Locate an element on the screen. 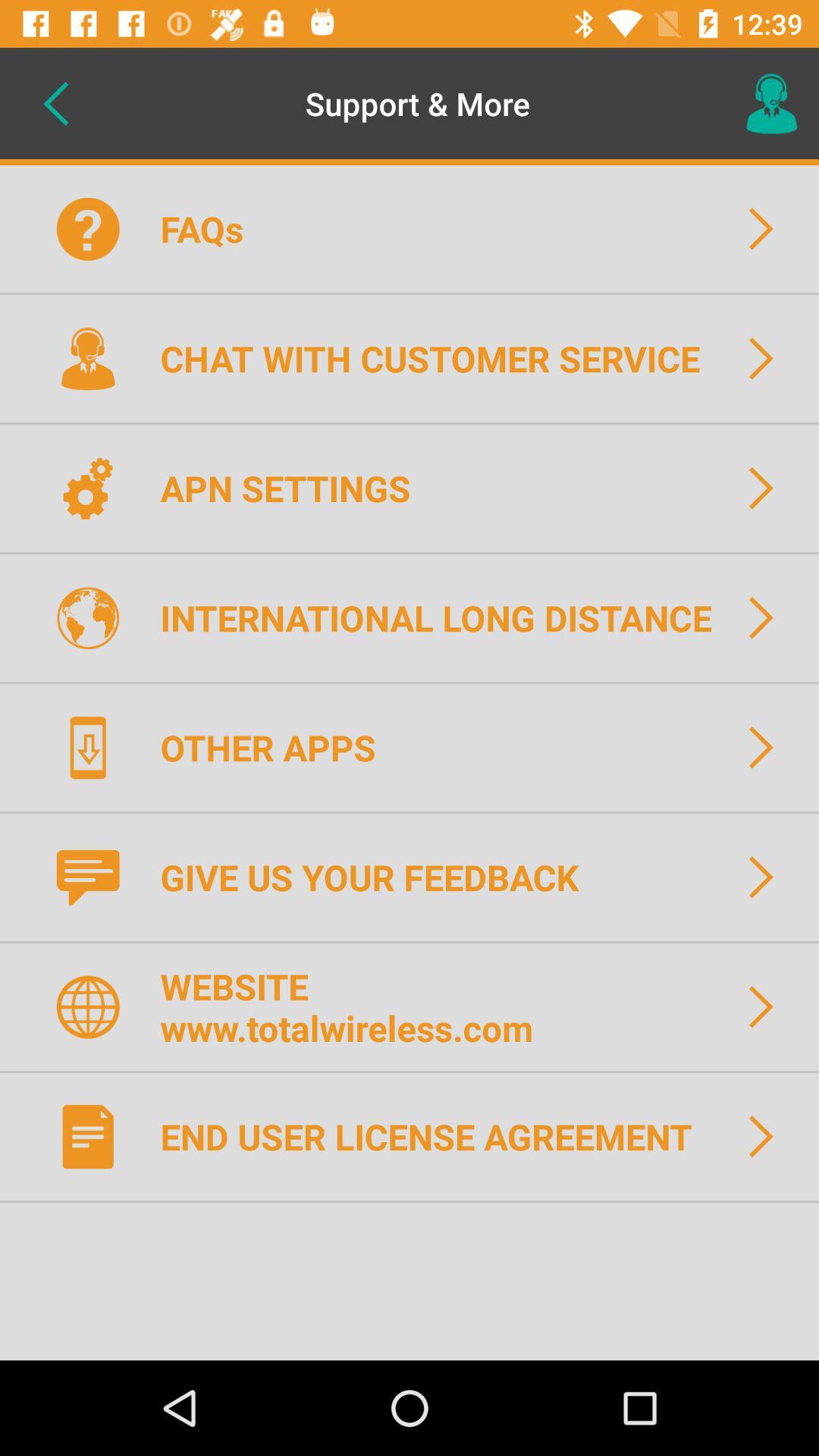  the item above website www totalwireless icon is located at coordinates (378, 877).